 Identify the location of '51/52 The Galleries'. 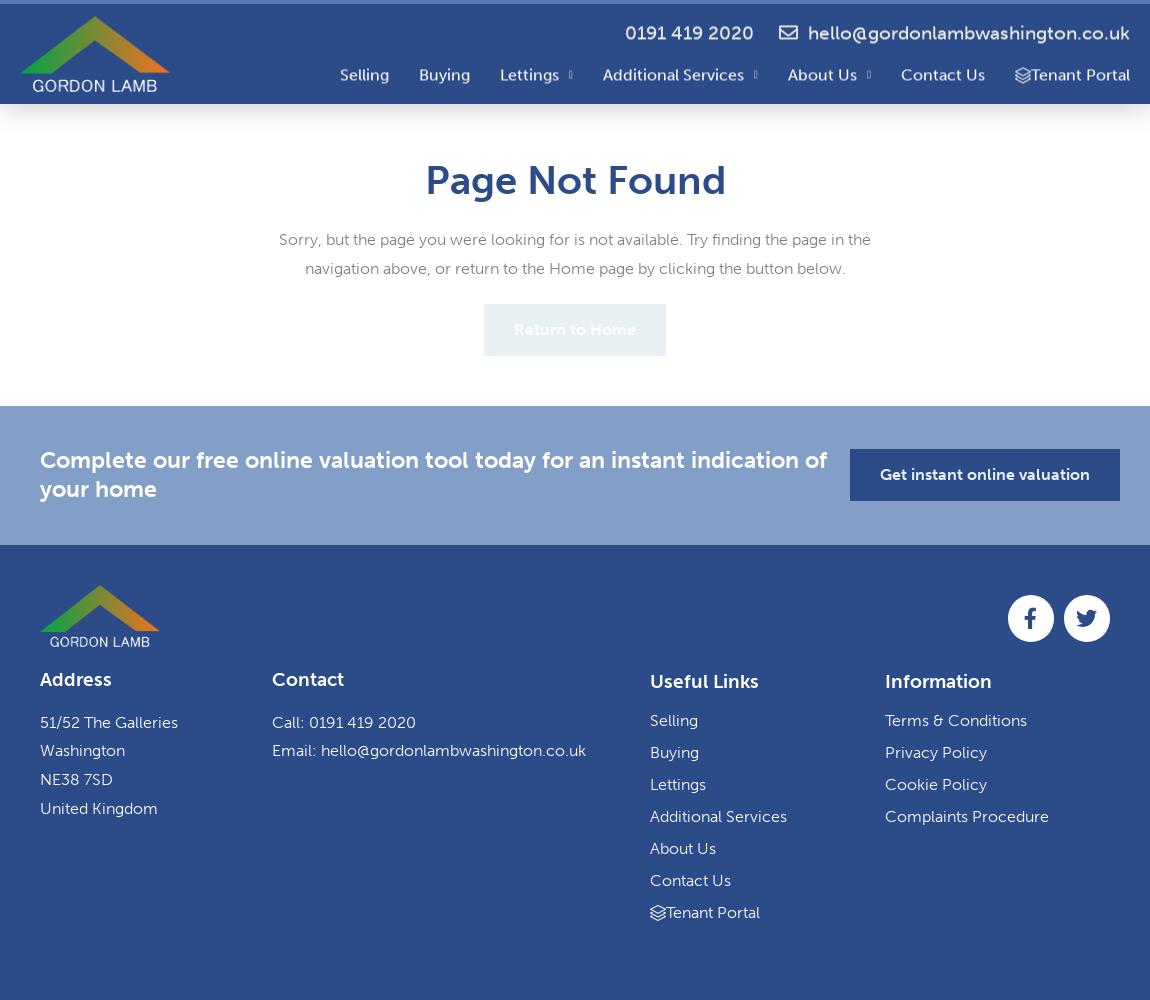
(108, 720).